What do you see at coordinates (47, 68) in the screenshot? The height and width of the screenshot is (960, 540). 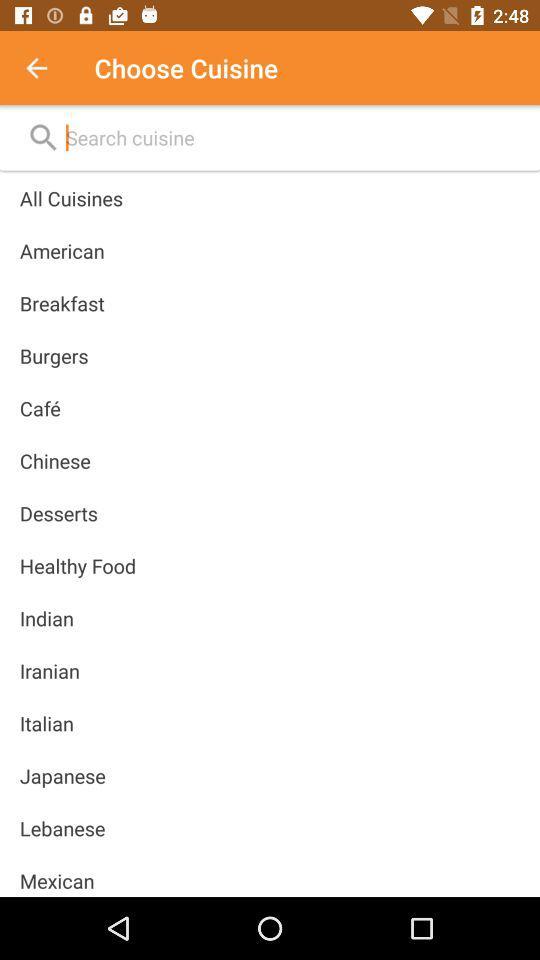 I see `type cuisine` at bounding box center [47, 68].